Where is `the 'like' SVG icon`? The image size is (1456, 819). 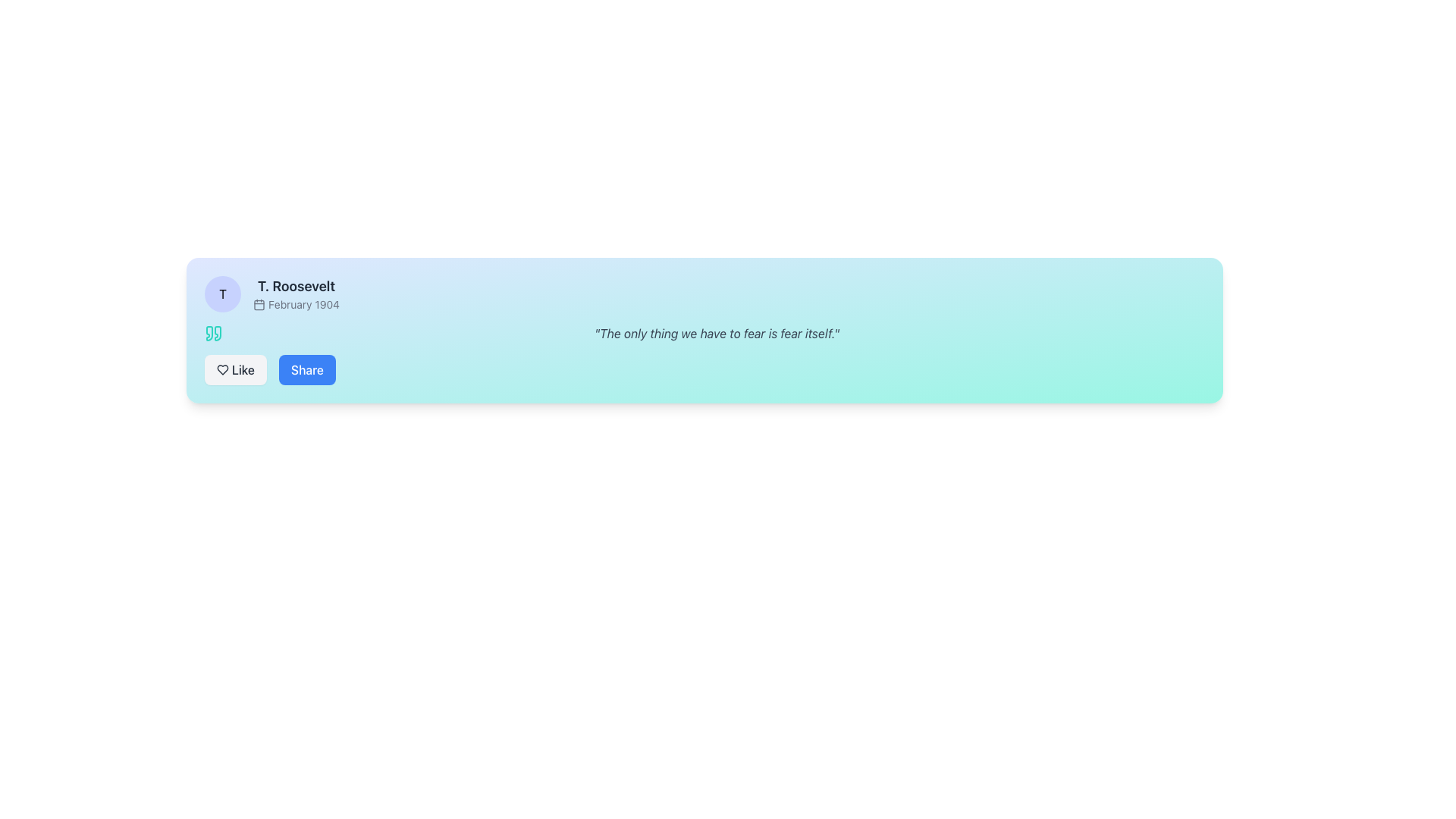
the 'like' SVG icon is located at coordinates (221, 370).